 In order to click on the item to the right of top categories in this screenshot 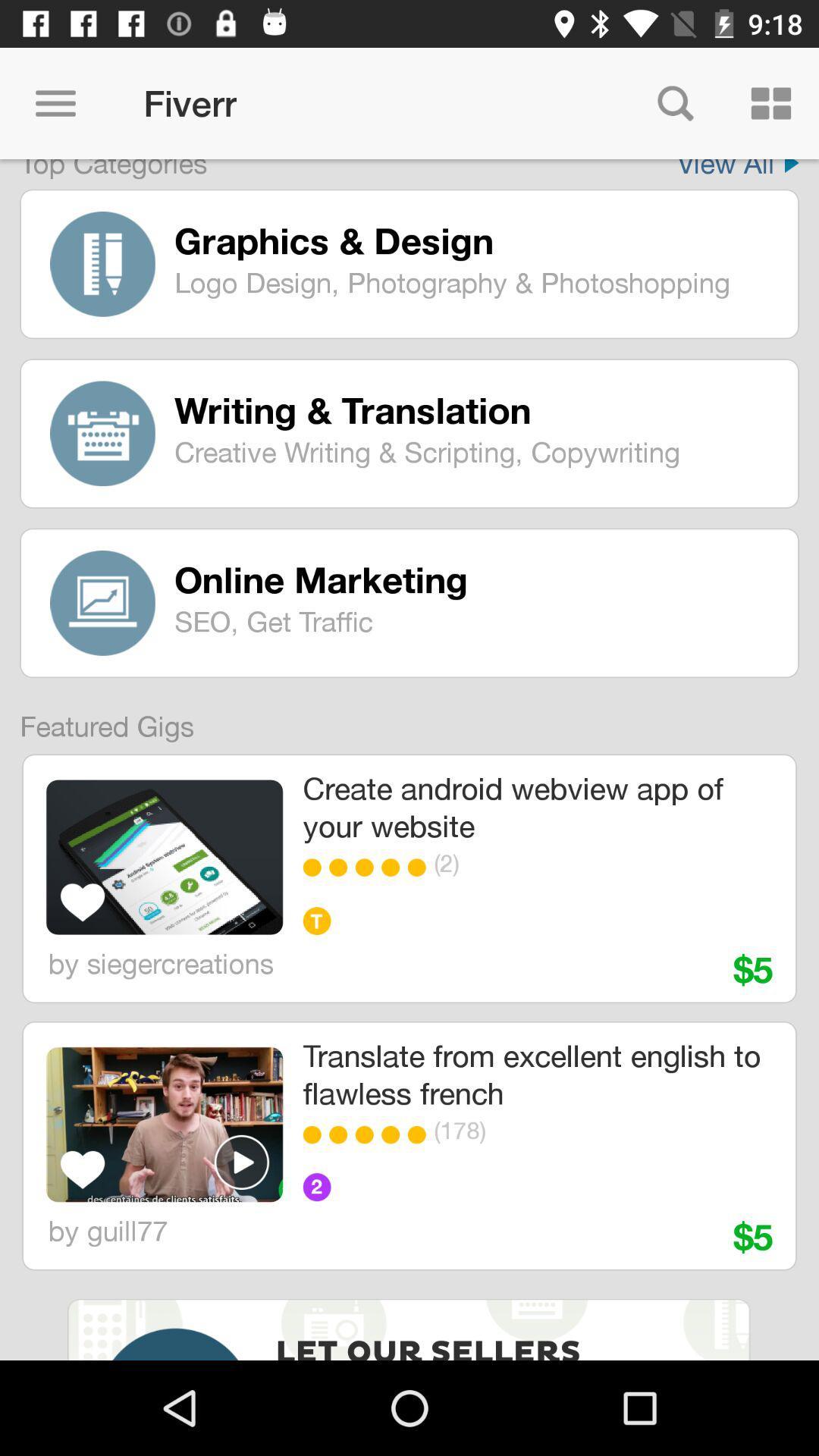, I will do `click(737, 169)`.